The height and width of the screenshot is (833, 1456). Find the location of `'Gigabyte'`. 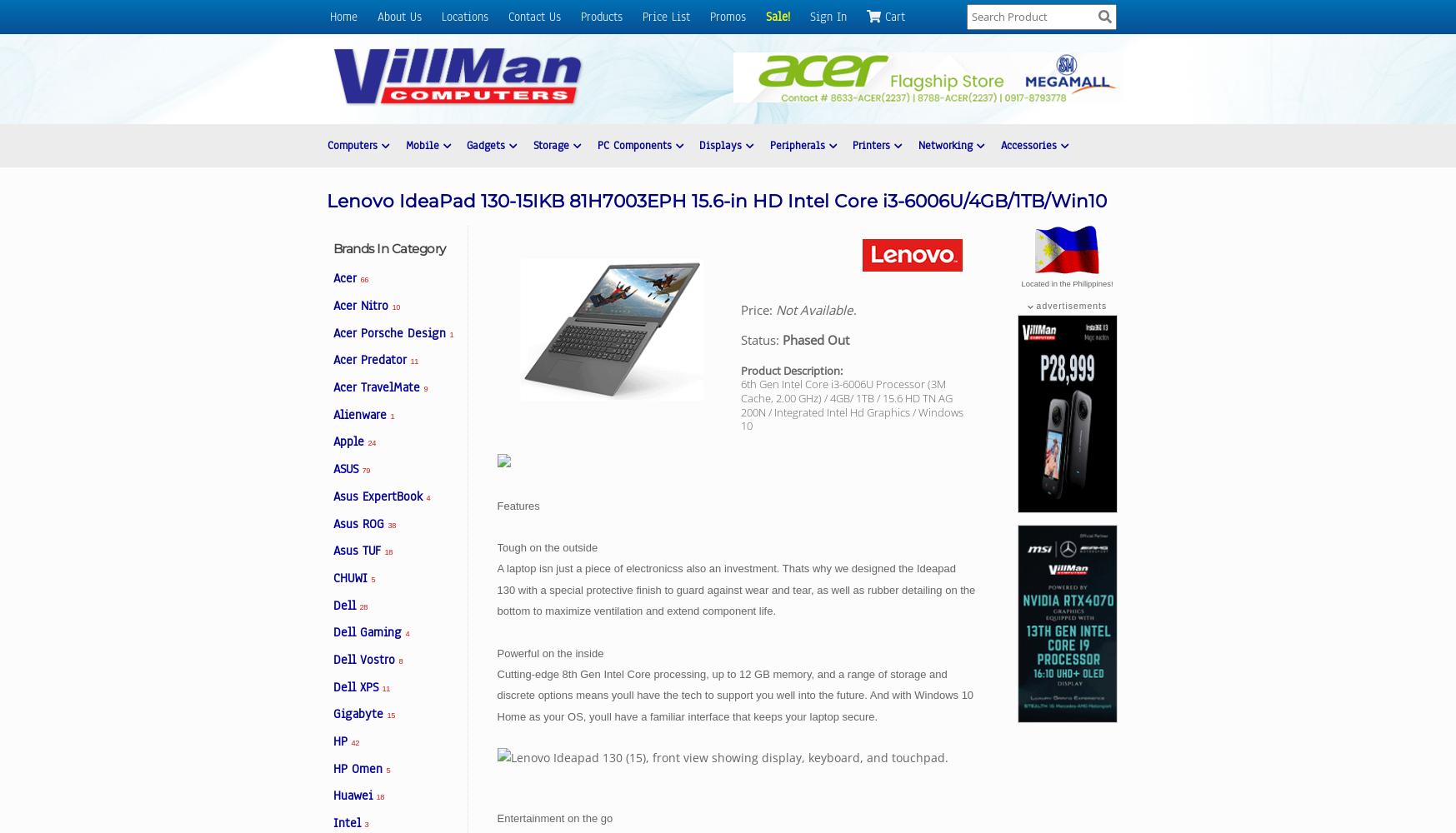

'Gigabyte' is located at coordinates (333, 713).